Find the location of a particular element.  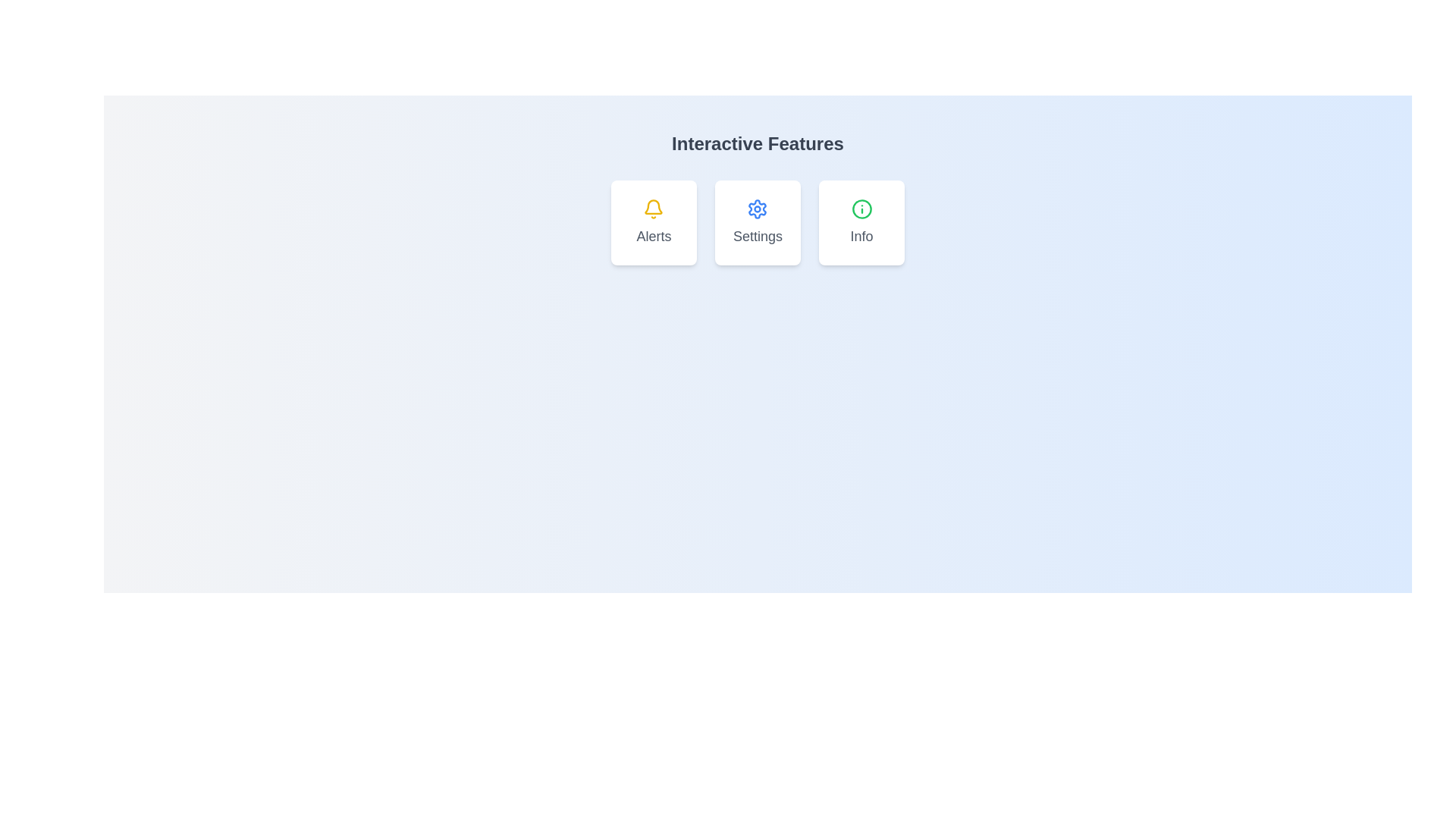

the 'Info' SVG icon located in the rightmost card under the heading 'Interactive Features'. This icon represents the 'Info' functionality and is centrally aligned above the text 'Info' is located at coordinates (861, 209).